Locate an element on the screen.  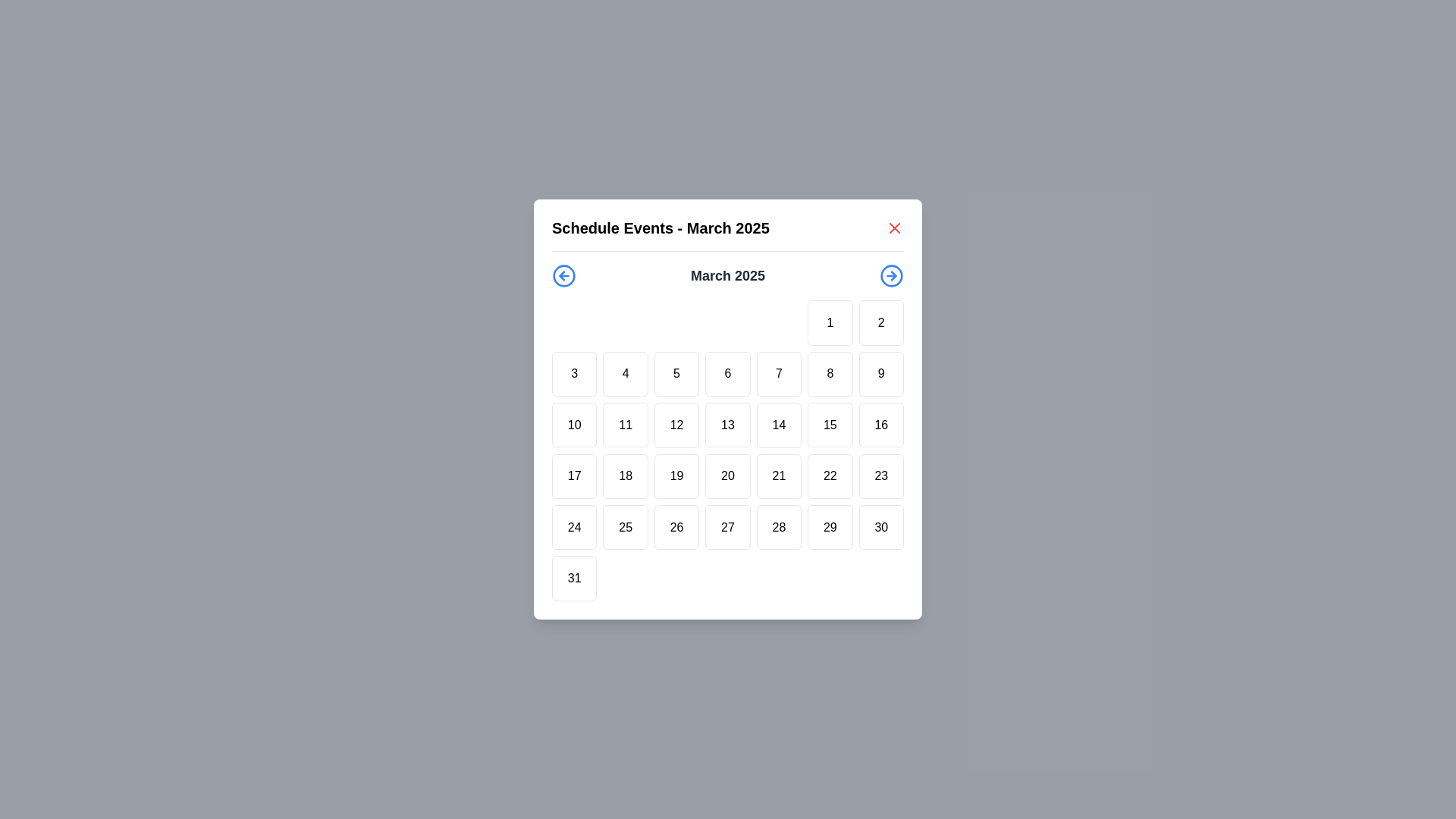
the red cross icon button located at the far right of the header bar labeled 'Schedule Events - March 2025' to indicate interactivity is located at coordinates (895, 227).